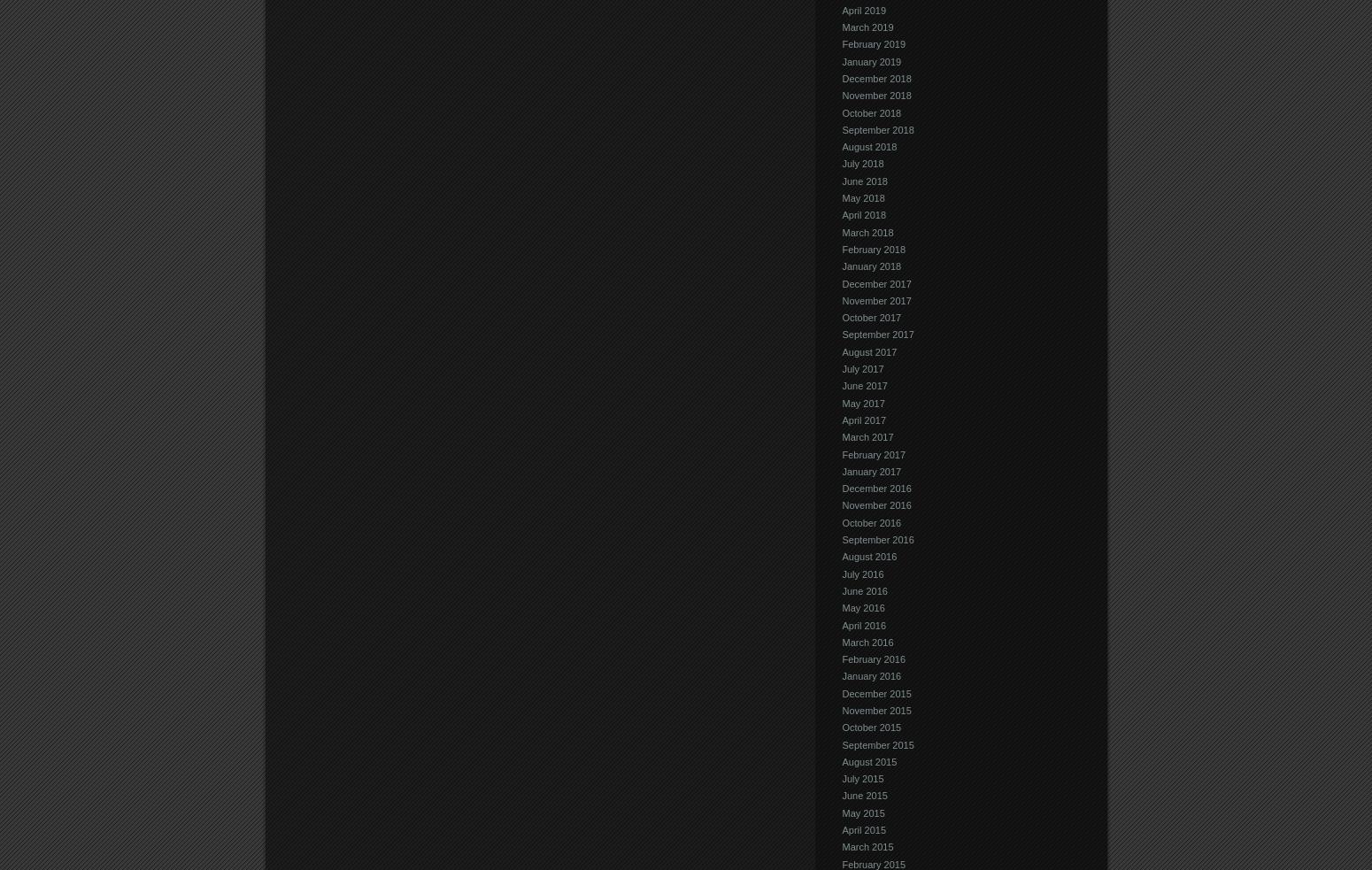  Describe the element at coordinates (867, 761) in the screenshot. I see `'August 2015'` at that location.